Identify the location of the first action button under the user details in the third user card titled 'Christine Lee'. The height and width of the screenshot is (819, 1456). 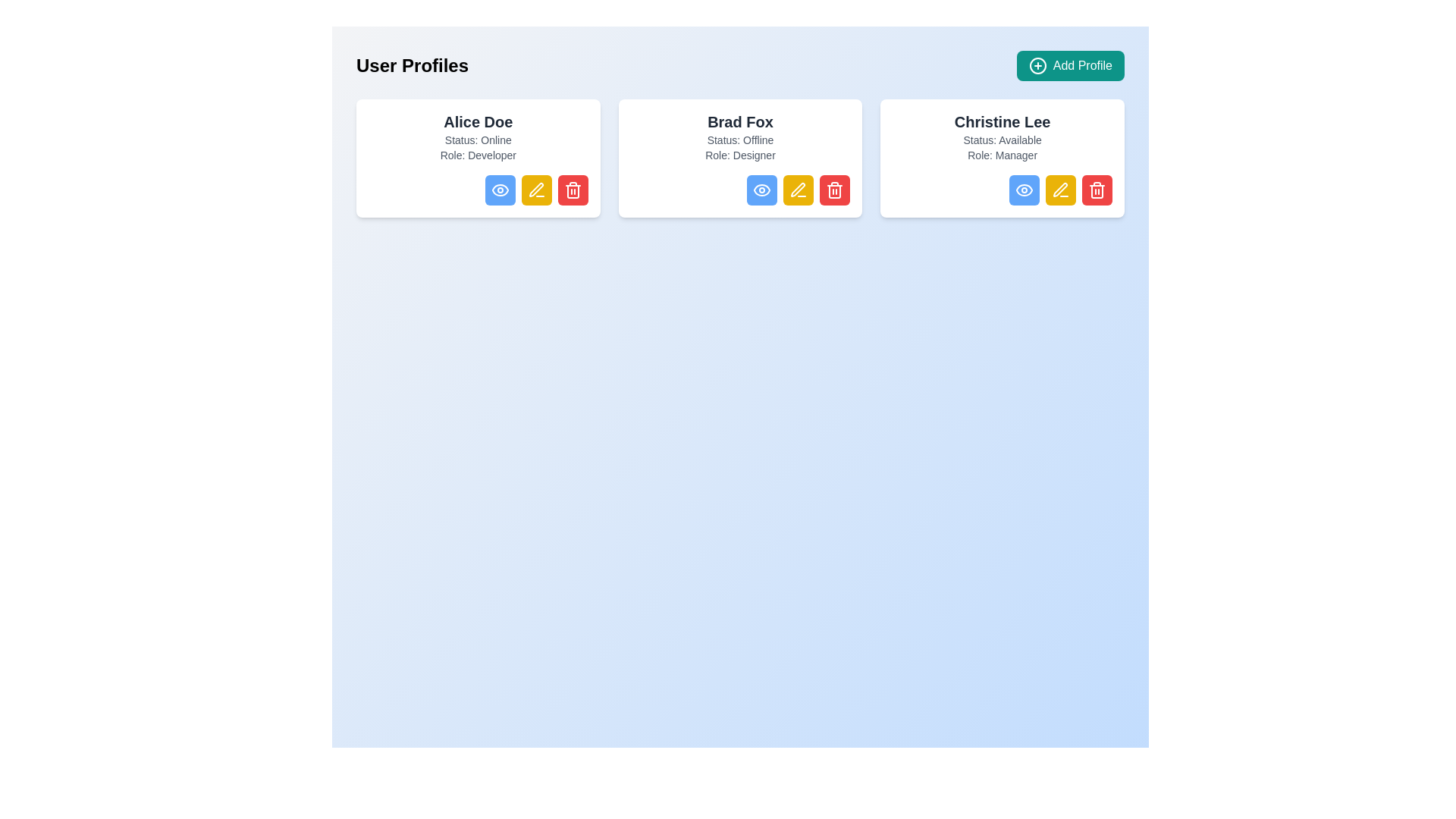
(1023, 189).